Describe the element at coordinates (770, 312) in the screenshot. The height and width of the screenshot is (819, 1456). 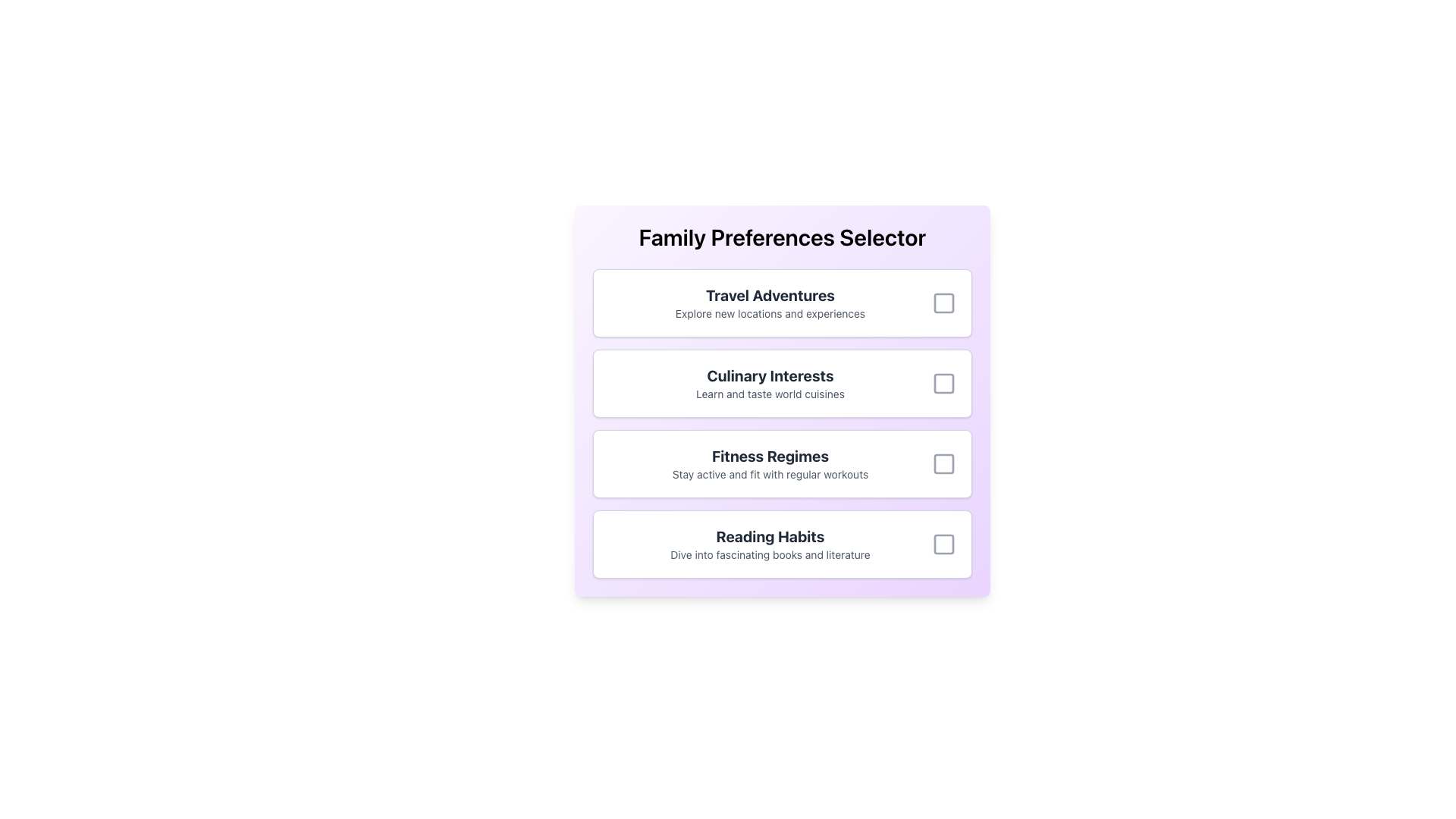
I see `the static text element providing contextual details for the title 'Travel Adventures'` at that location.